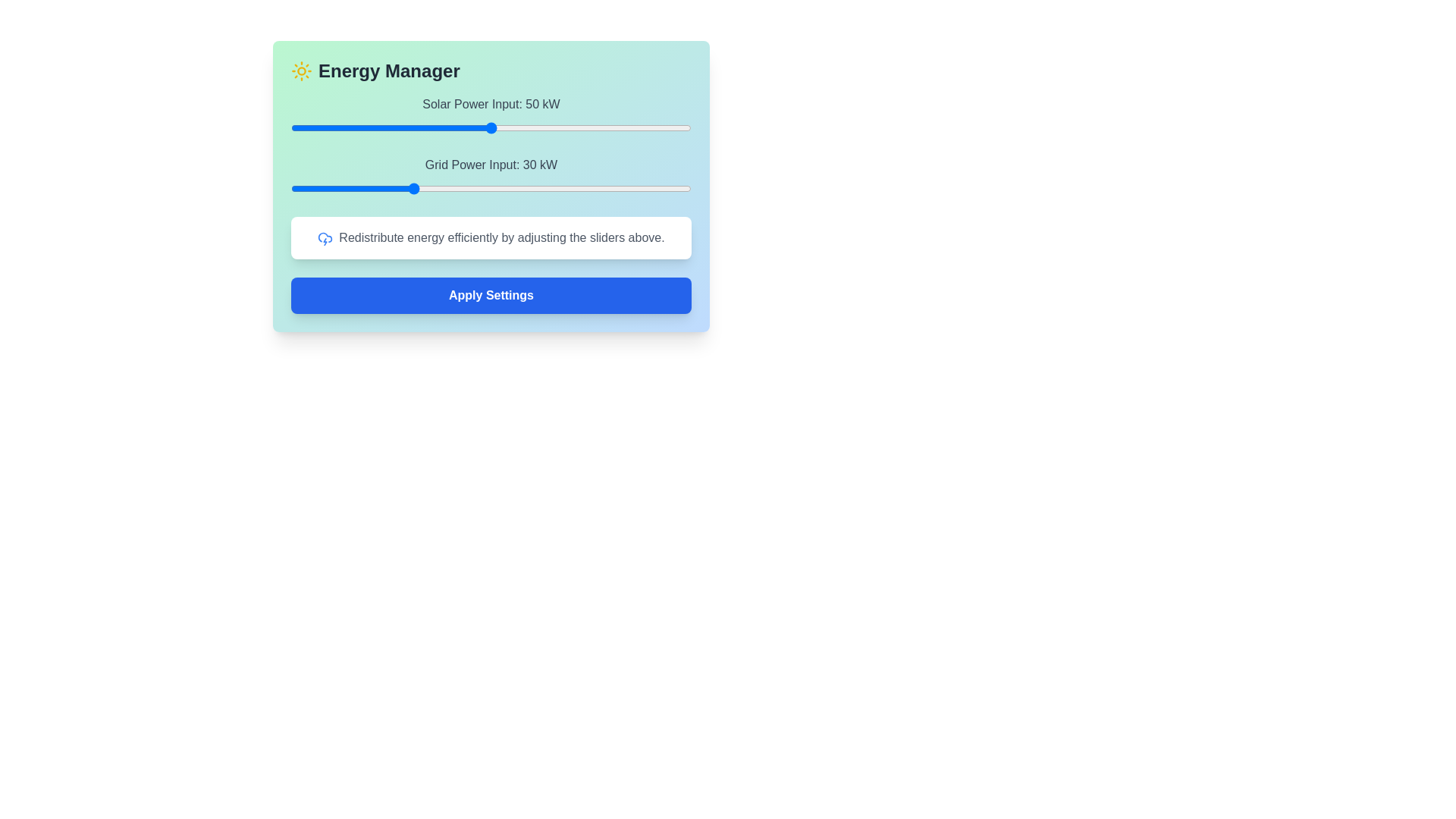 The height and width of the screenshot is (819, 1456). I want to click on the Grid Power Input slider to 32 kW, so click(419, 188).